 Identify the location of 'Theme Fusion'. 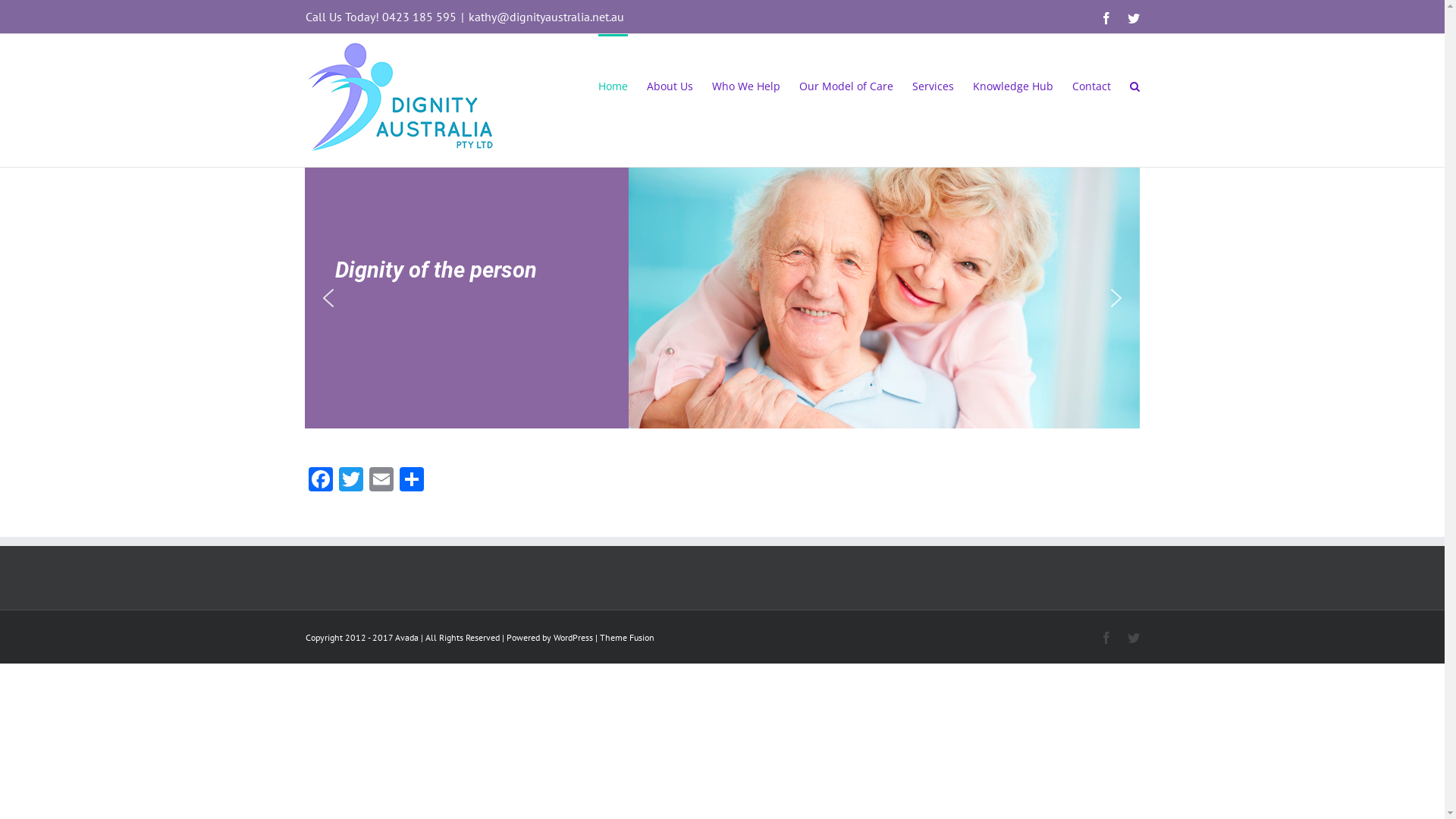
(626, 637).